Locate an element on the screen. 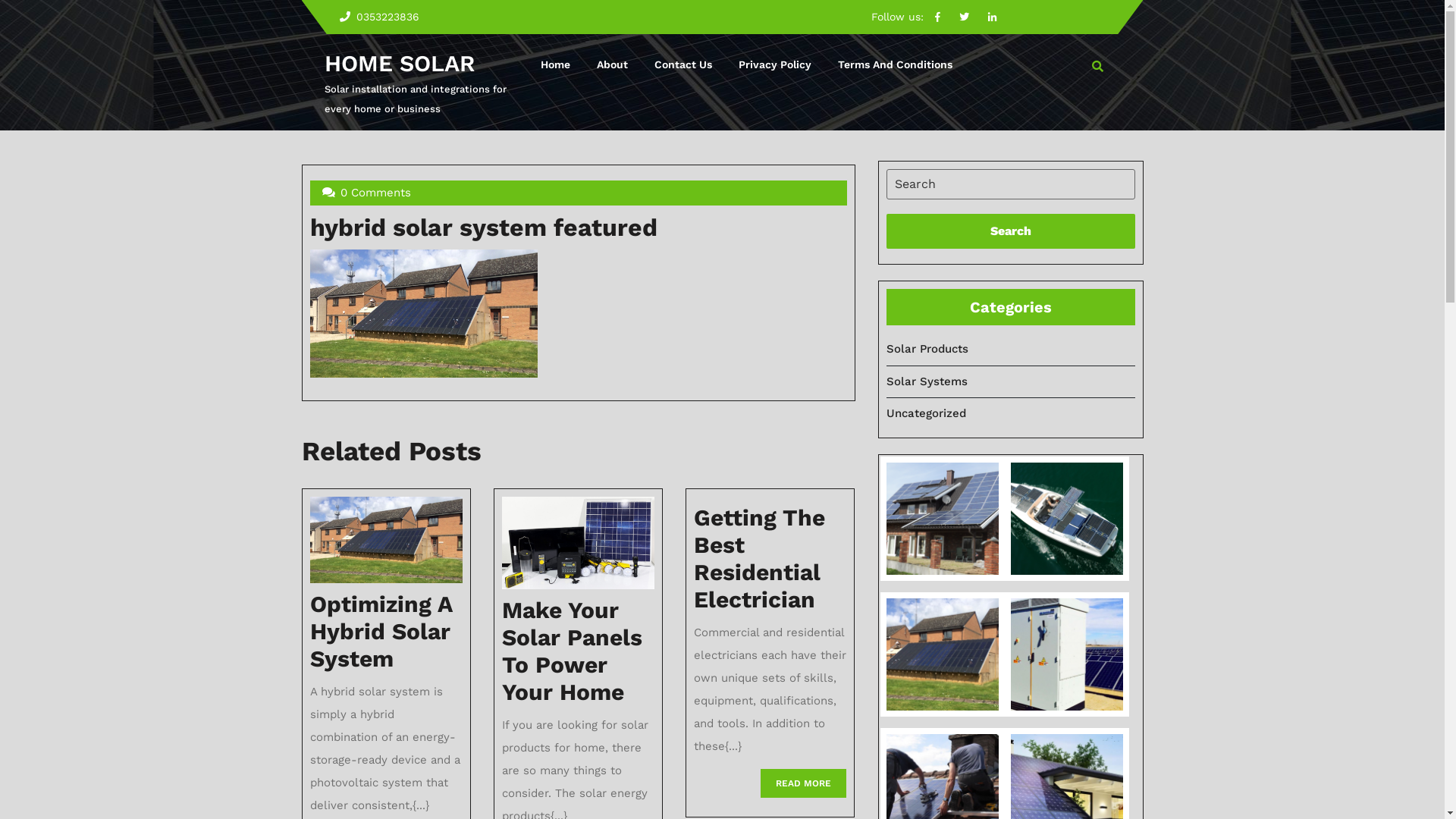 This screenshot has width=1456, height=819. 'About' is located at coordinates (612, 64).